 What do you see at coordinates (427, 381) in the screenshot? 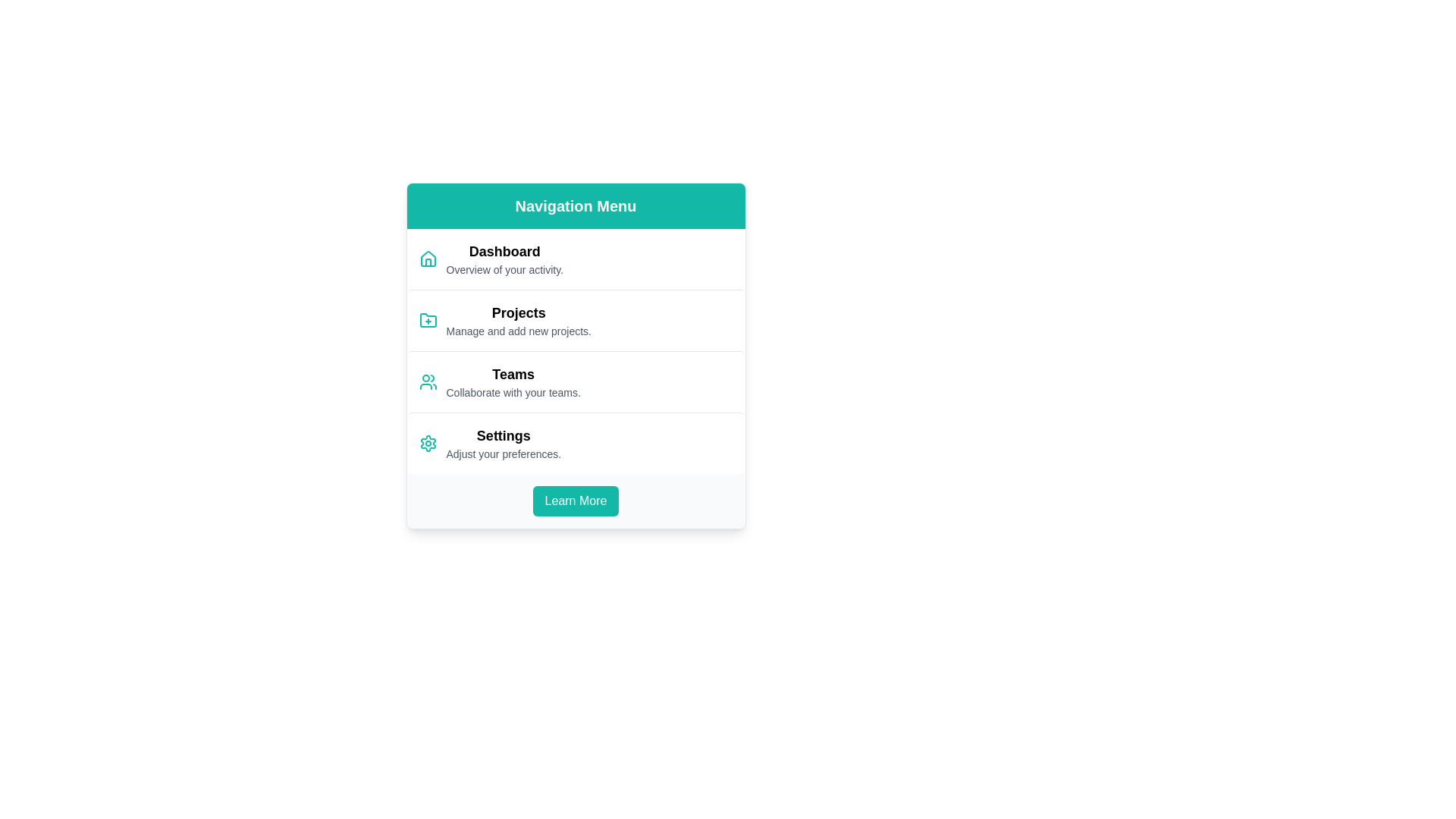
I see `the teal 'Teams' icon representing the 'Teams' section in the navigation menu` at bounding box center [427, 381].